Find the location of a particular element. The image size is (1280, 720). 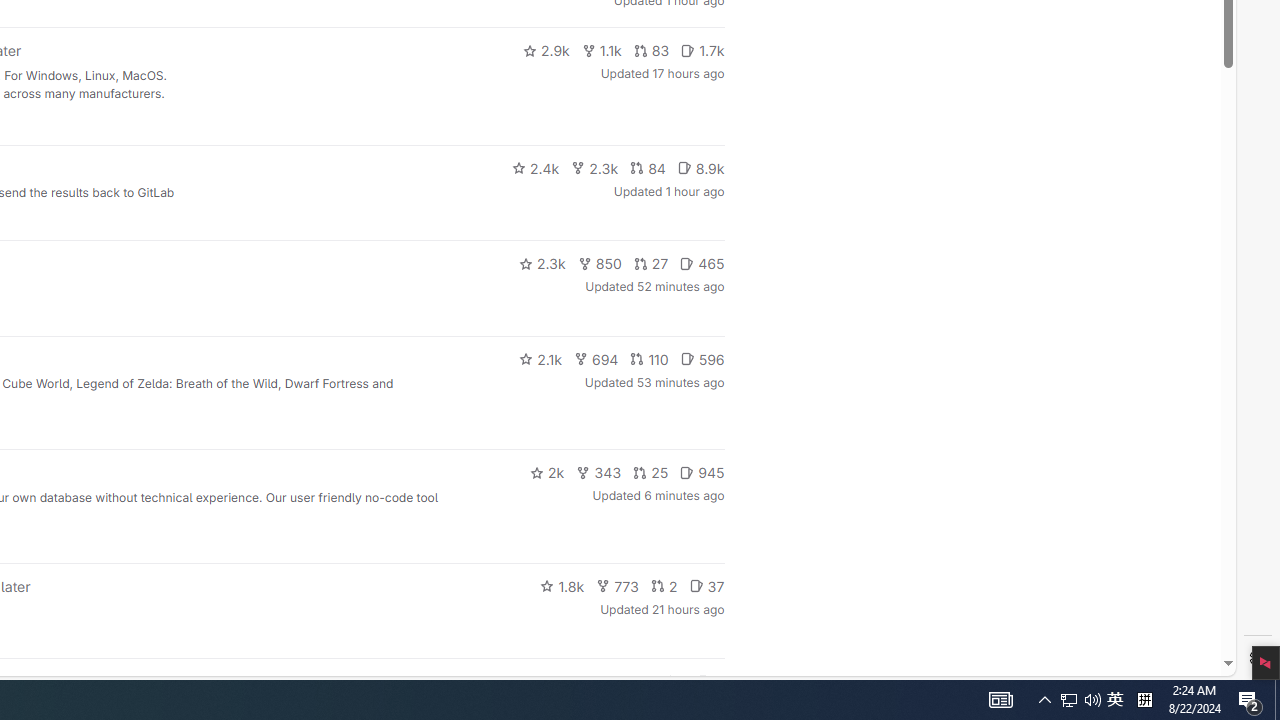

'1.8k' is located at coordinates (561, 585).